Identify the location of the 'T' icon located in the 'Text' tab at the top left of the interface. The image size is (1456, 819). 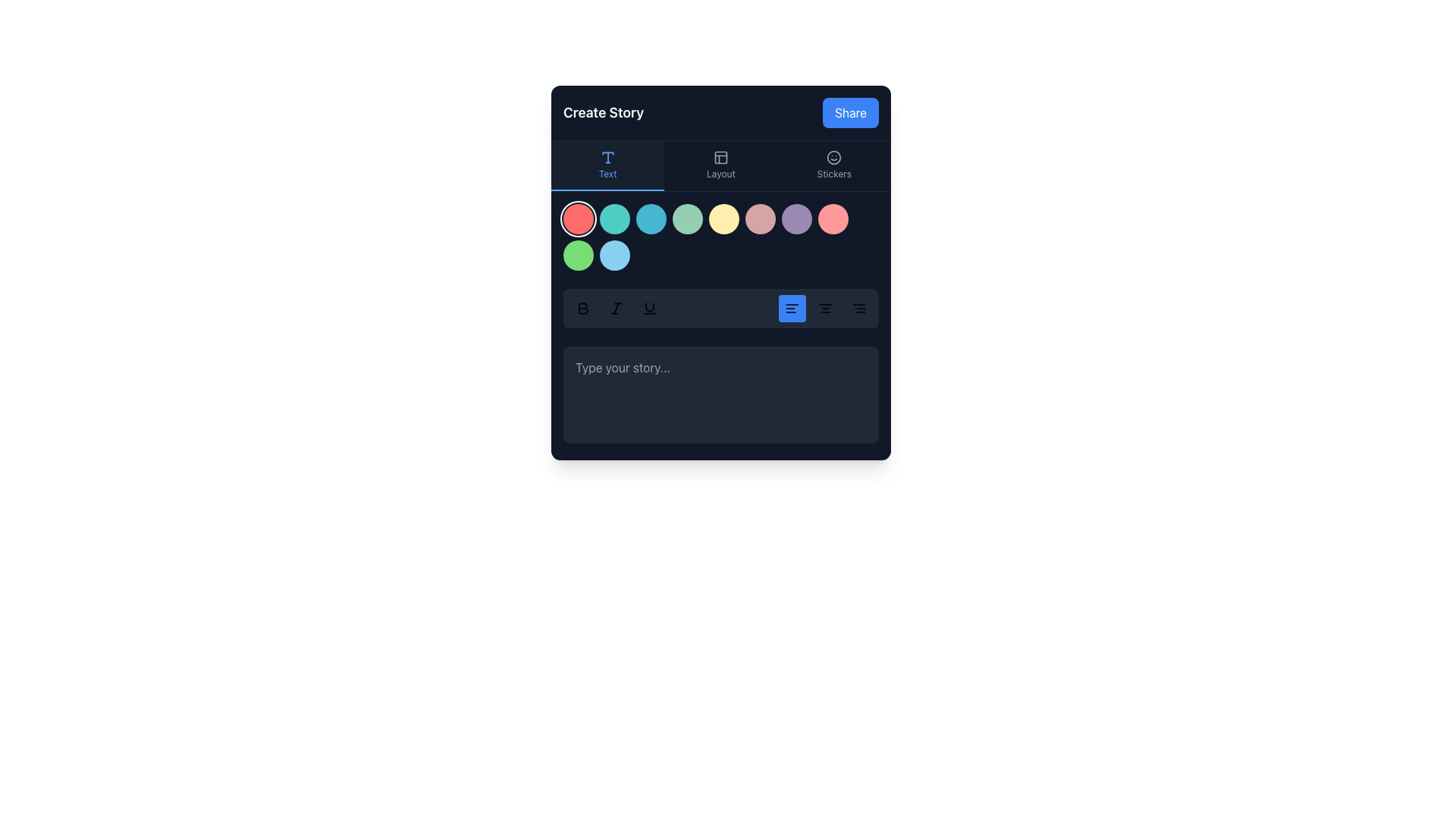
(607, 158).